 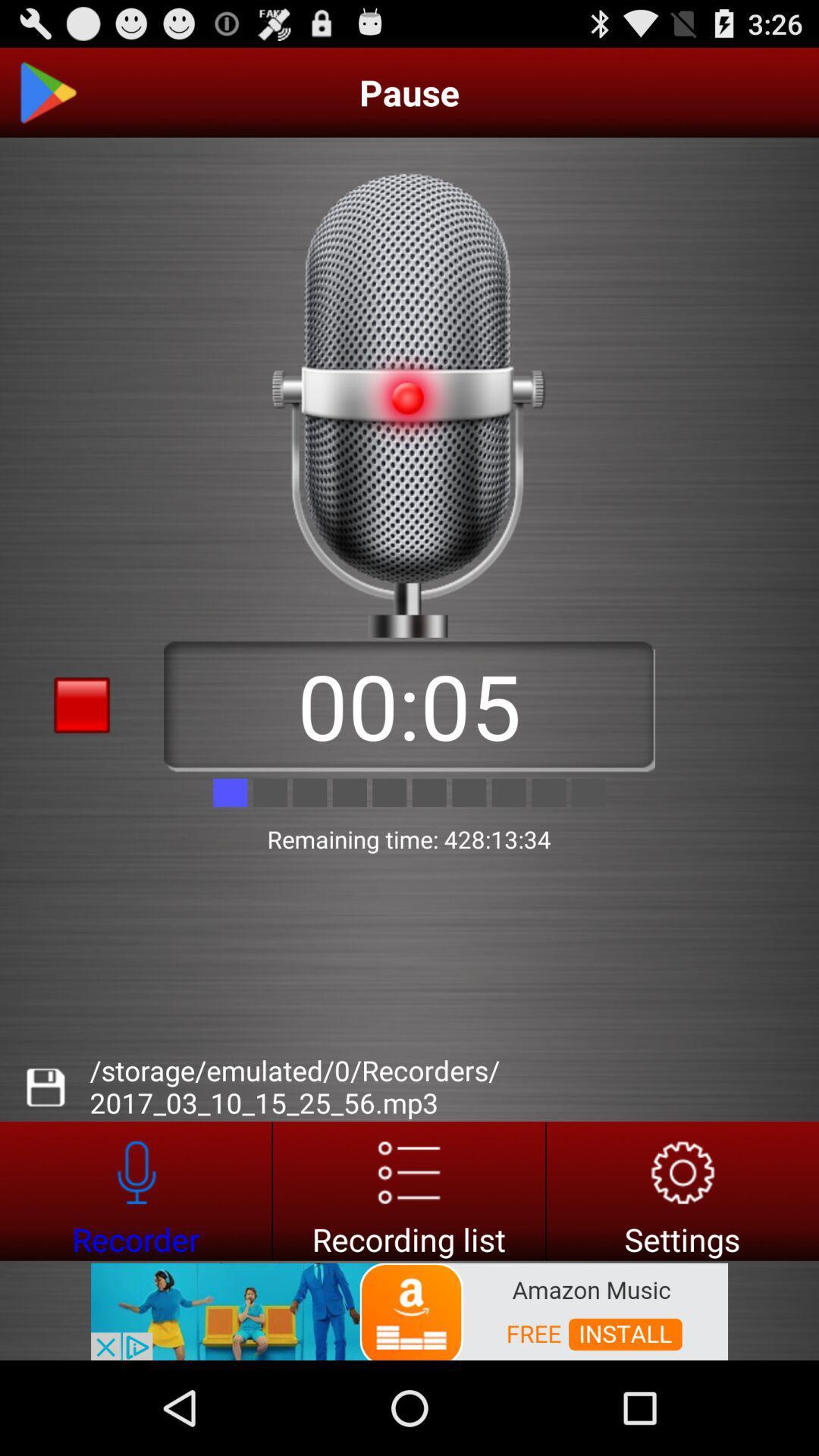 What do you see at coordinates (682, 1190) in the screenshot?
I see `application settings` at bounding box center [682, 1190].